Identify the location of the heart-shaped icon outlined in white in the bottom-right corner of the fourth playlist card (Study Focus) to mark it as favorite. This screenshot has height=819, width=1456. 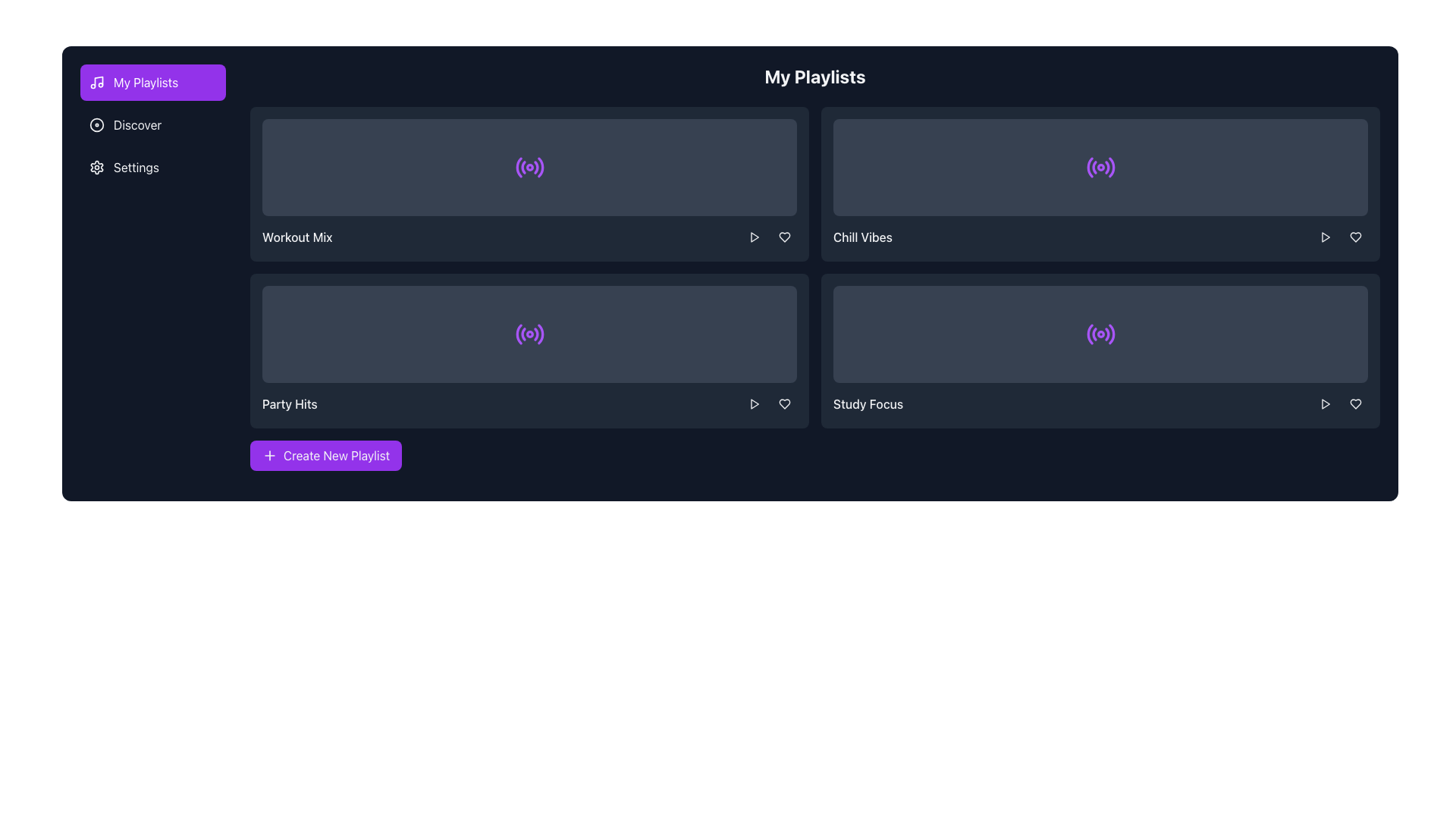
(1356, 403).